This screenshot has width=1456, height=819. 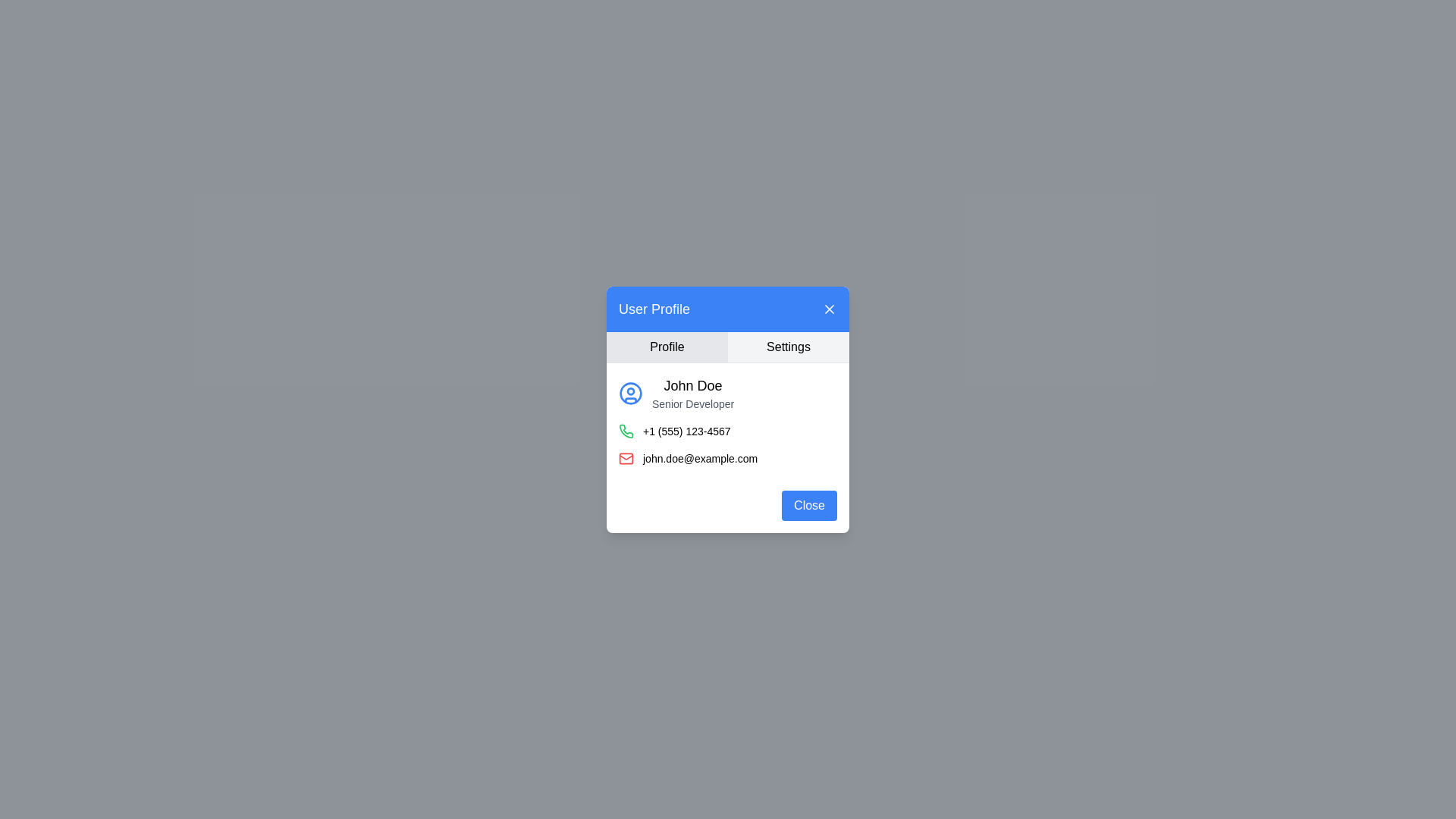 What do you see at coordinates (728, 430) in the screenshot?
I see `the telephone number displayed in the Contact Information Display, which is located beneath the 'Senior Developer' text in the User Profile section` at bounding box center [728, 430].